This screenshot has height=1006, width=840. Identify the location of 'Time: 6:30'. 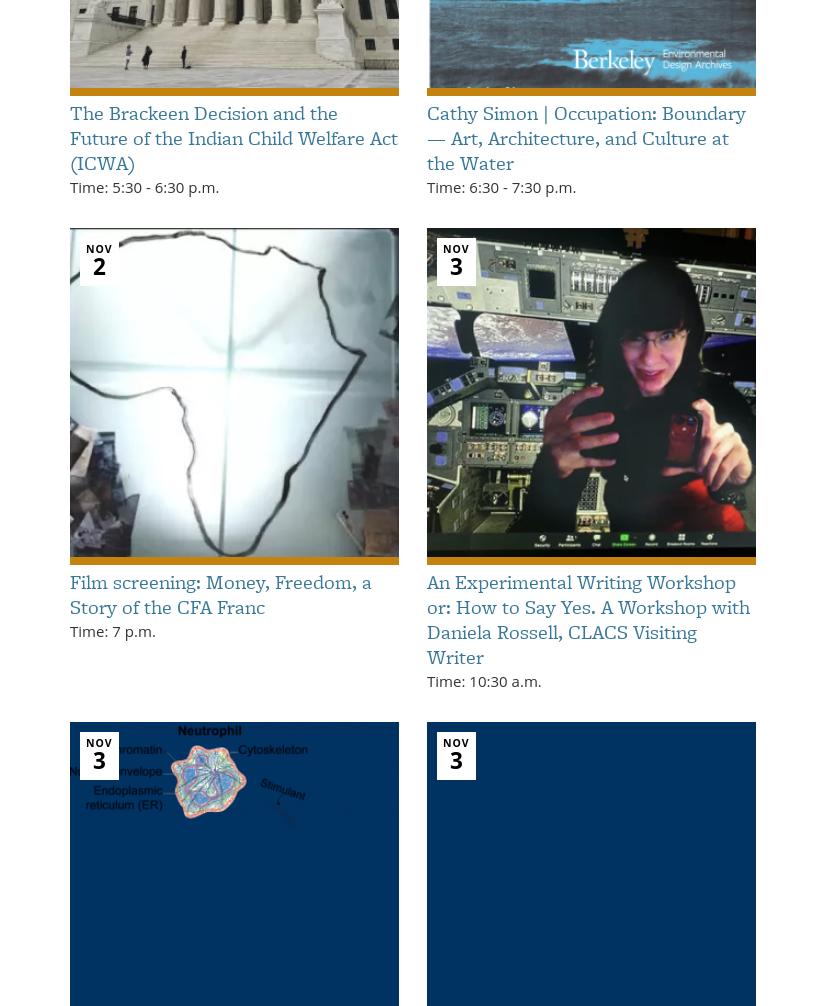
(464, 186).